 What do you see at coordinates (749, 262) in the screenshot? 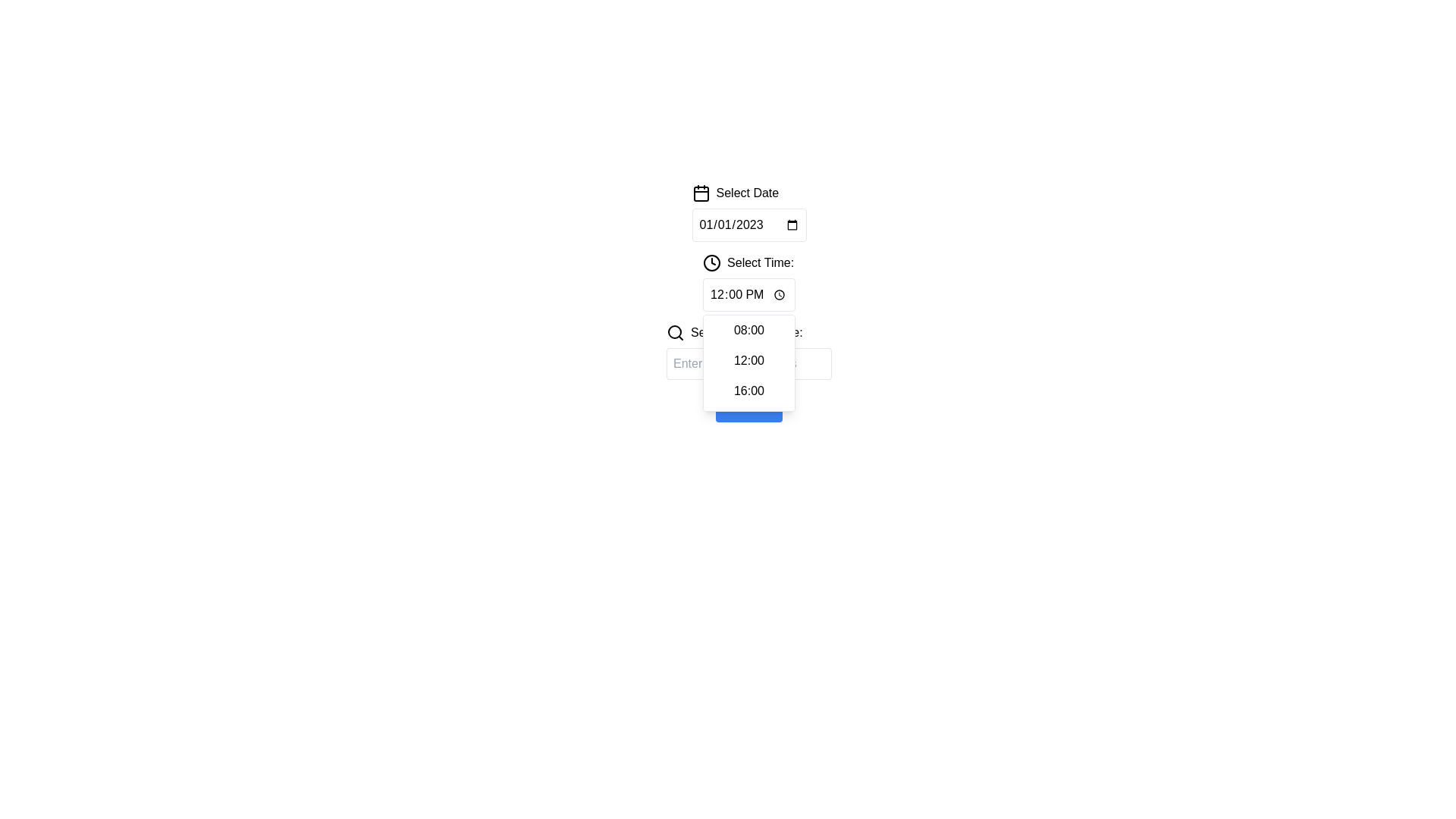
I see `the static text label 'Select Time:' with the accompanying clock icon, which is located below the 'Select Date' label and above the time options dropdown` at bounding box center [749, 262].